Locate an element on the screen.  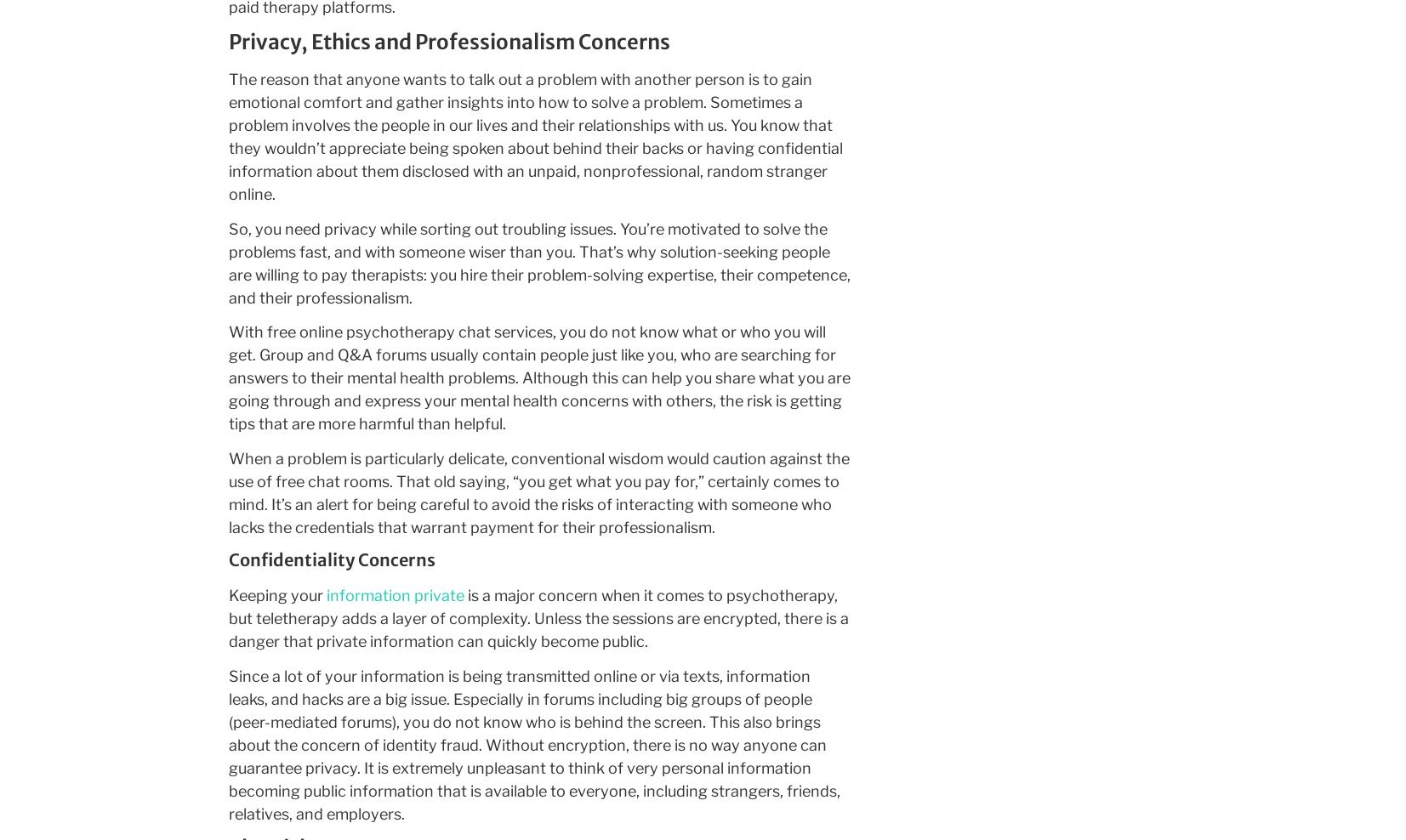
'Privacy, Ethics and Professionalism Concerns' is located at coordinates (447, 40).